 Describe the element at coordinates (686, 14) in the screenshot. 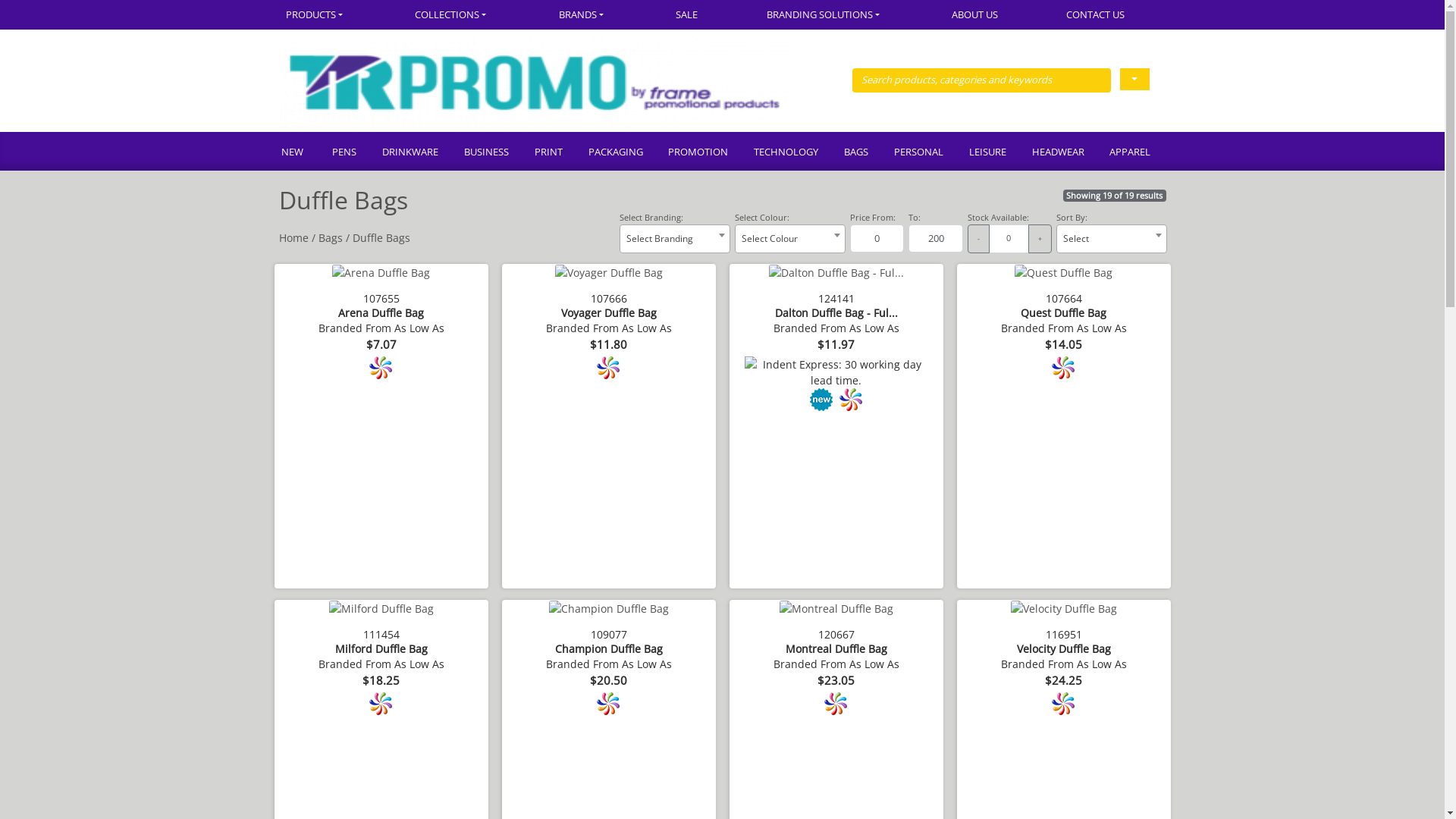

I see `'SALE'` at that location.